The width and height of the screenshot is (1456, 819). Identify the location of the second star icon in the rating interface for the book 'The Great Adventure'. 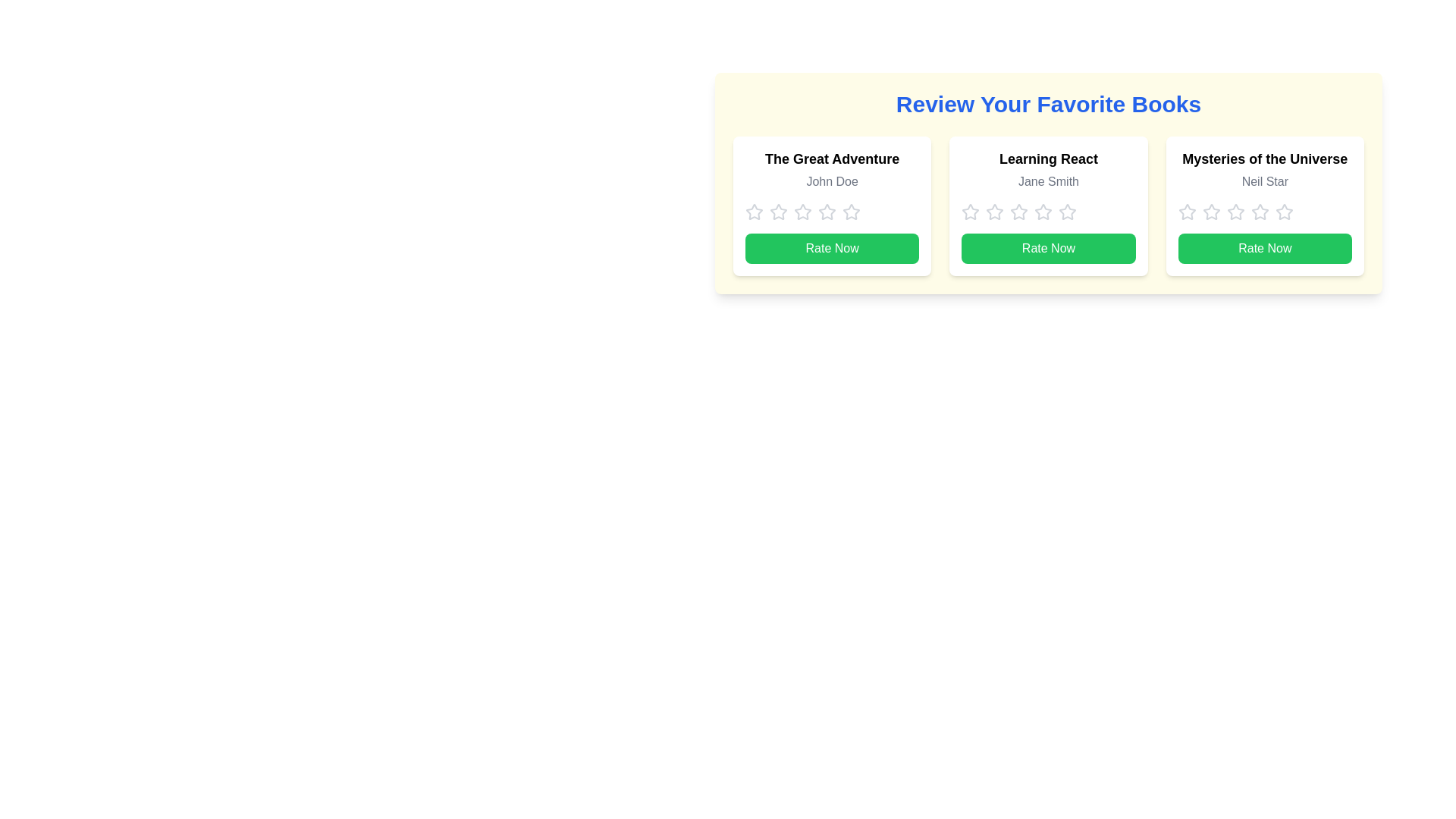
(802, 212).